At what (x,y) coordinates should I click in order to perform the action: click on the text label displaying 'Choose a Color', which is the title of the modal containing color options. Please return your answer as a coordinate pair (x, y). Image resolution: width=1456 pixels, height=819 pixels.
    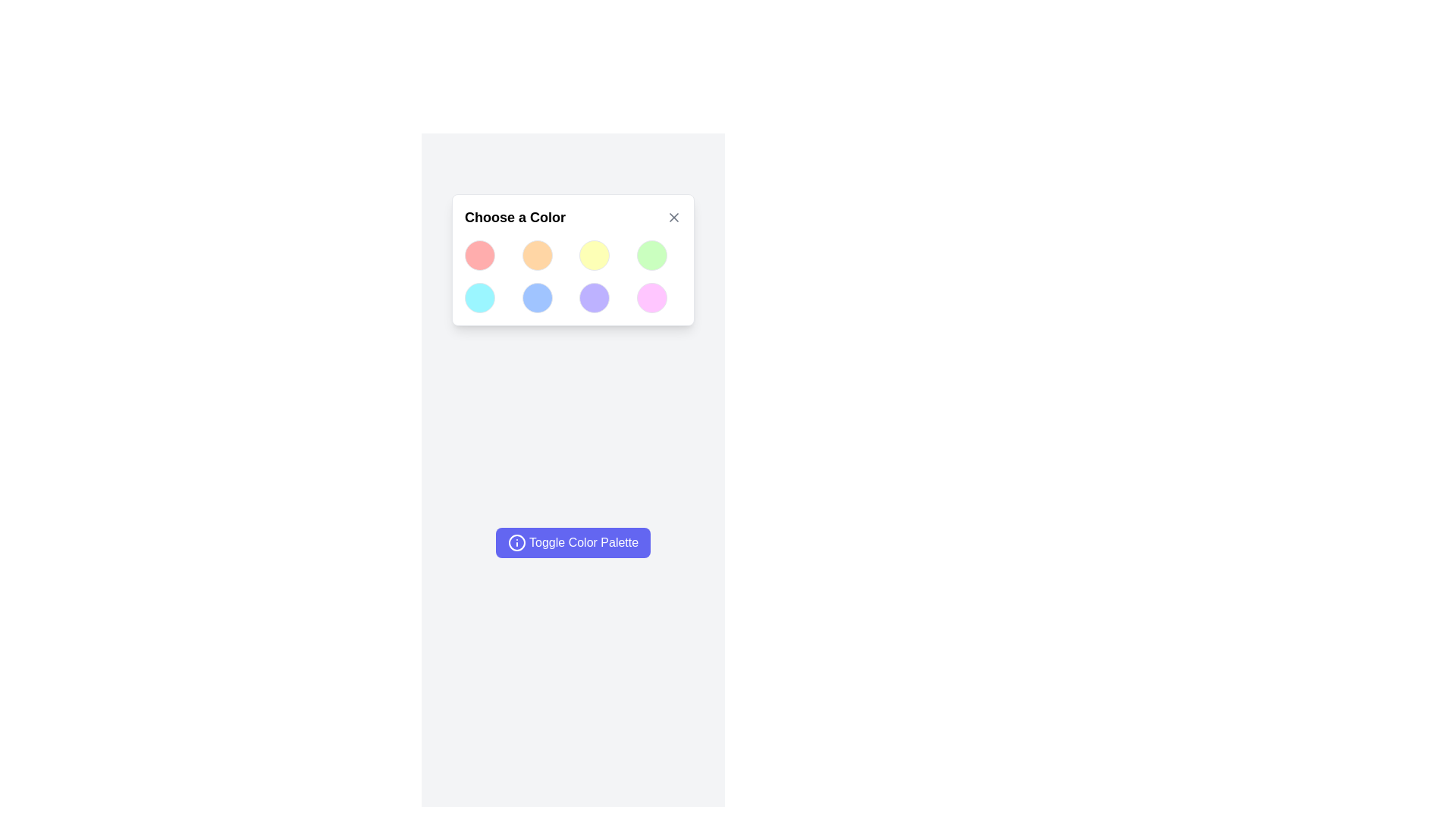
    Looking at the image, I should click on (515, 217).